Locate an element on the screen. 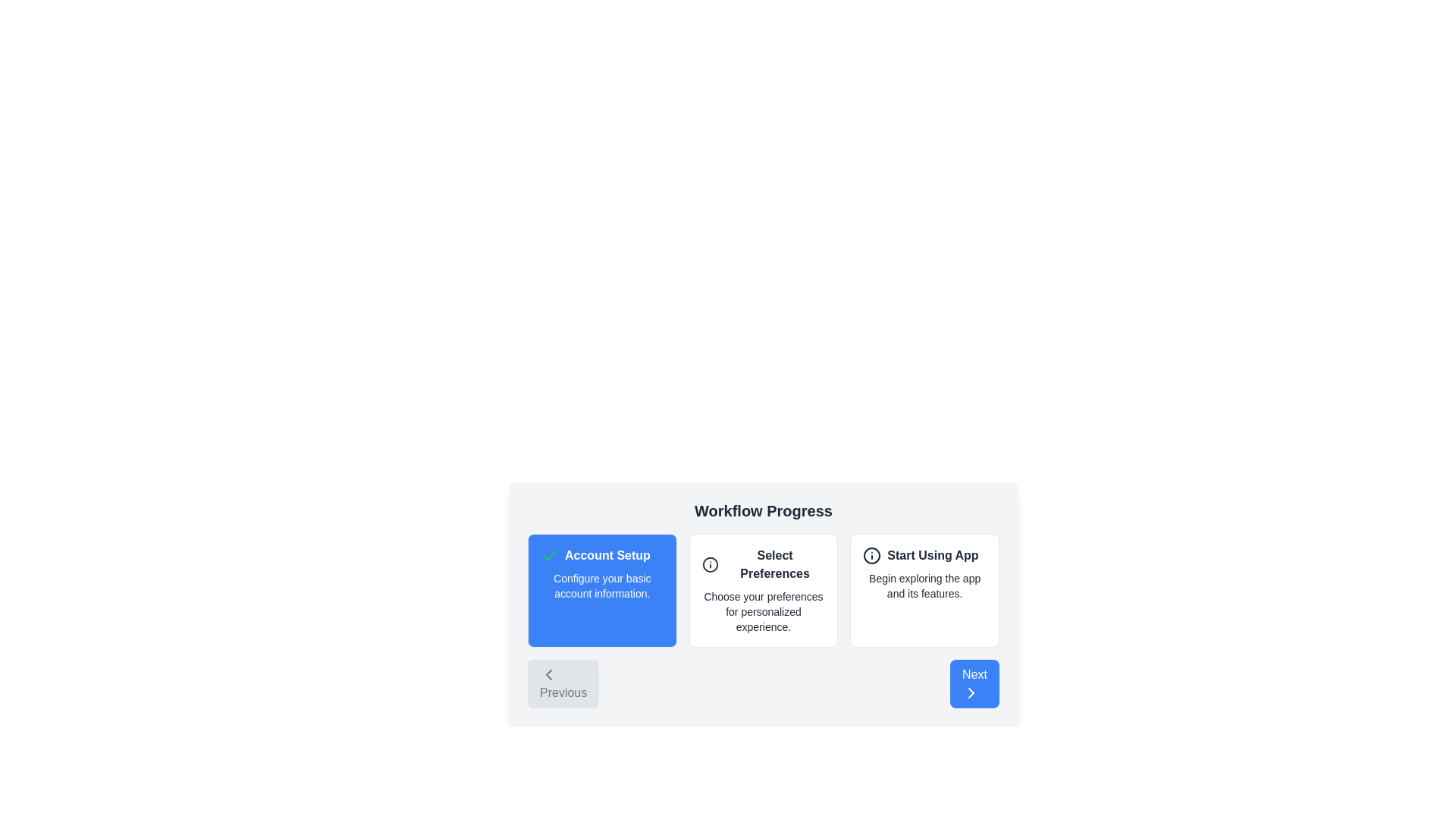 The width and height of the screenshot is (1456, 819). the Informational Card, which is the third item in a three-item horizontally aligned list, located to the right of the 'Select Preferences' element and to the far right of the 'Account Setup' card is located at coordinates (924, 590).